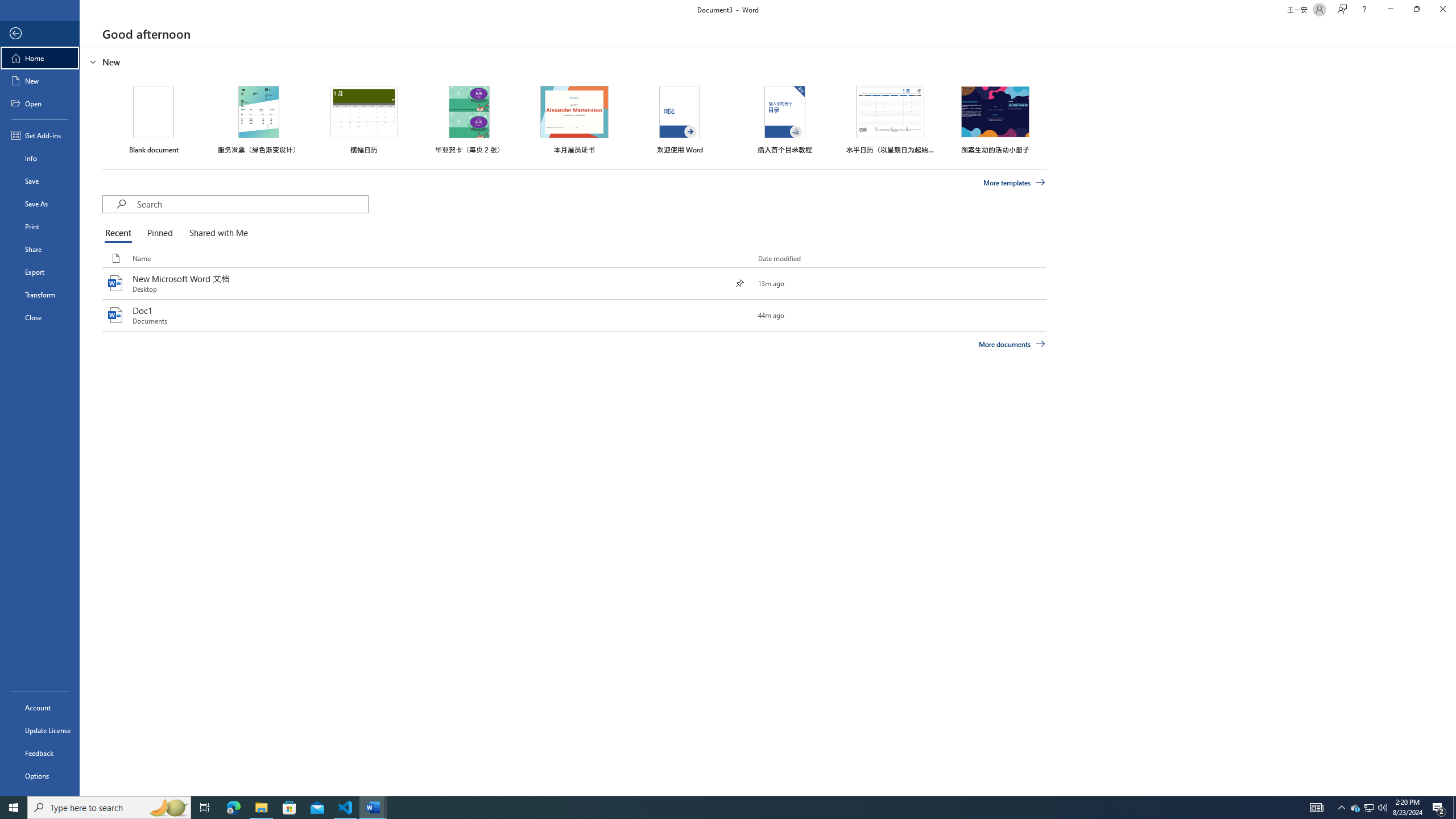 This screenshot has width=1456, height=819. Describe the element at coordinates (1015, 183) in the screenshot. I see `'More templates'` at that location.